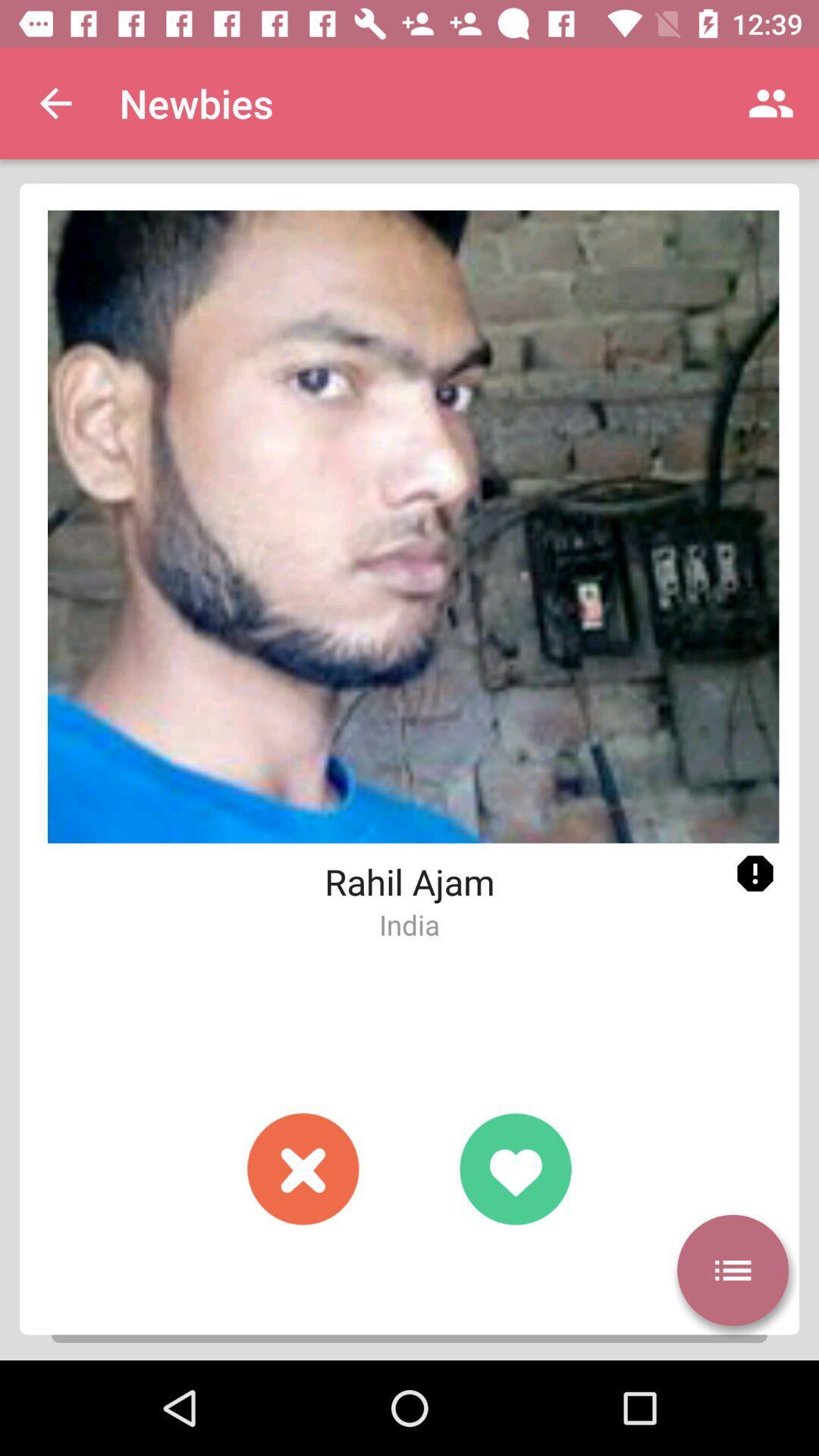  I want to click on additional info, so click(755, 874).